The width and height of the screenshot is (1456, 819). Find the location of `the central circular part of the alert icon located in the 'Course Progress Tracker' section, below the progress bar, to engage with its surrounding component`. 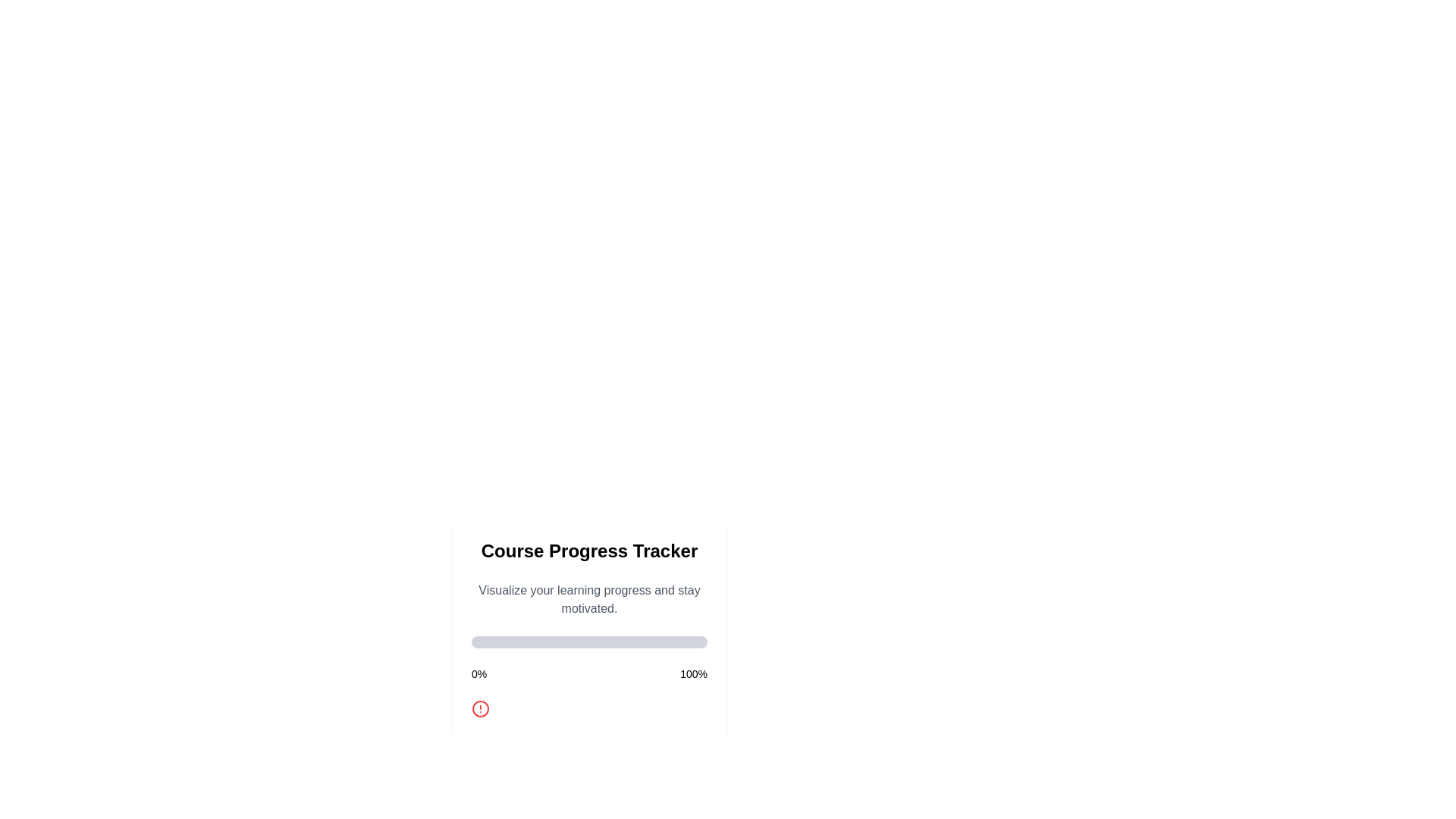

the central circular part of the alert icon located in the 'Course Progress Tracker' section, below the progress bar, to engage with its surrounding component is located at coordinates (479, 708).